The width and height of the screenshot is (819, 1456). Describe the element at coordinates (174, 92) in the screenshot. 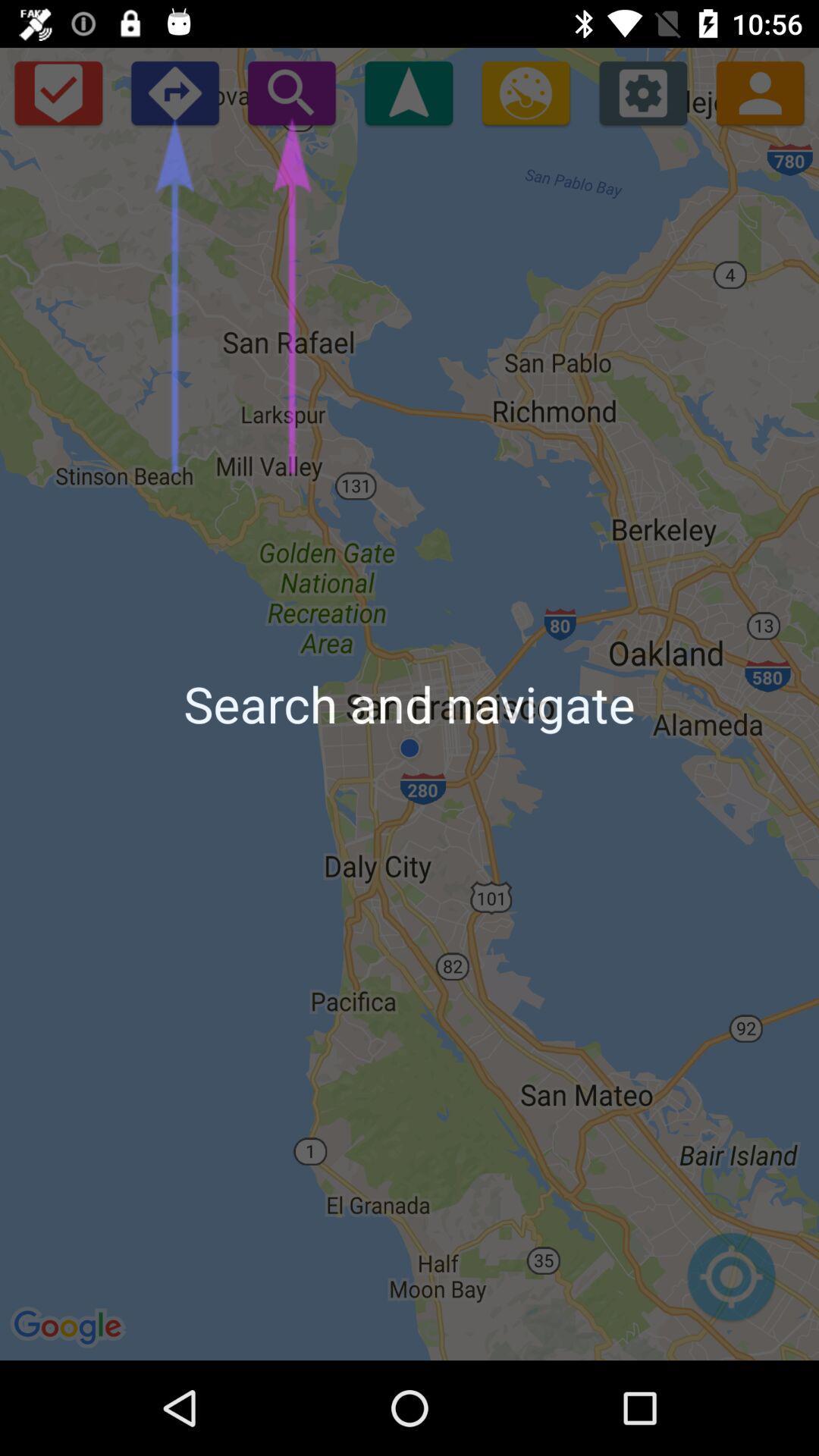

I see `the app above the search and navigate item` at that location.